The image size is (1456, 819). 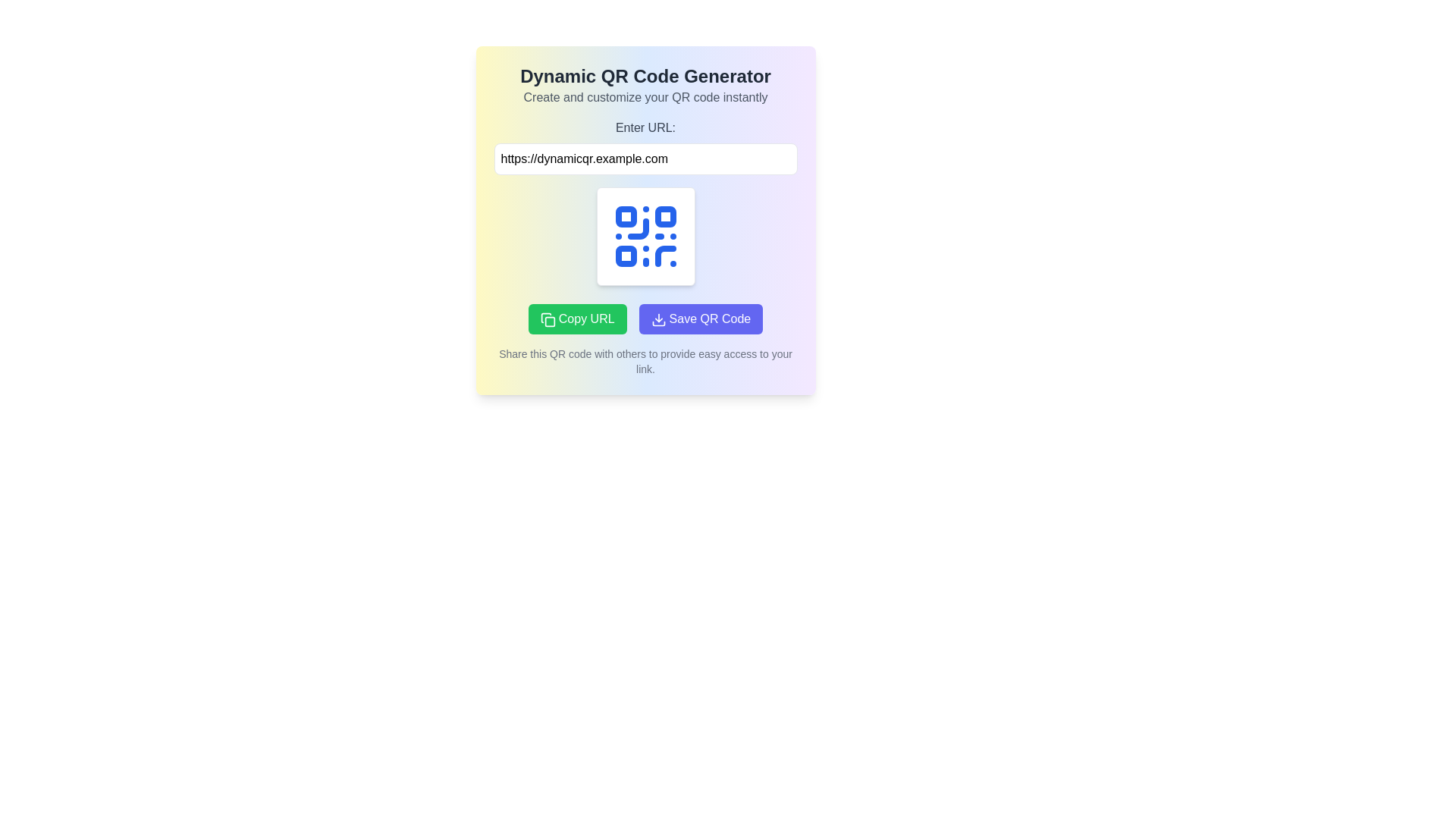 What do you see at coordinates (645, 158) in the screenshot?
I see `the text input field located directly beneath the label 'Enter URL:' to set focus for editing` at bounding box center [645, 158].